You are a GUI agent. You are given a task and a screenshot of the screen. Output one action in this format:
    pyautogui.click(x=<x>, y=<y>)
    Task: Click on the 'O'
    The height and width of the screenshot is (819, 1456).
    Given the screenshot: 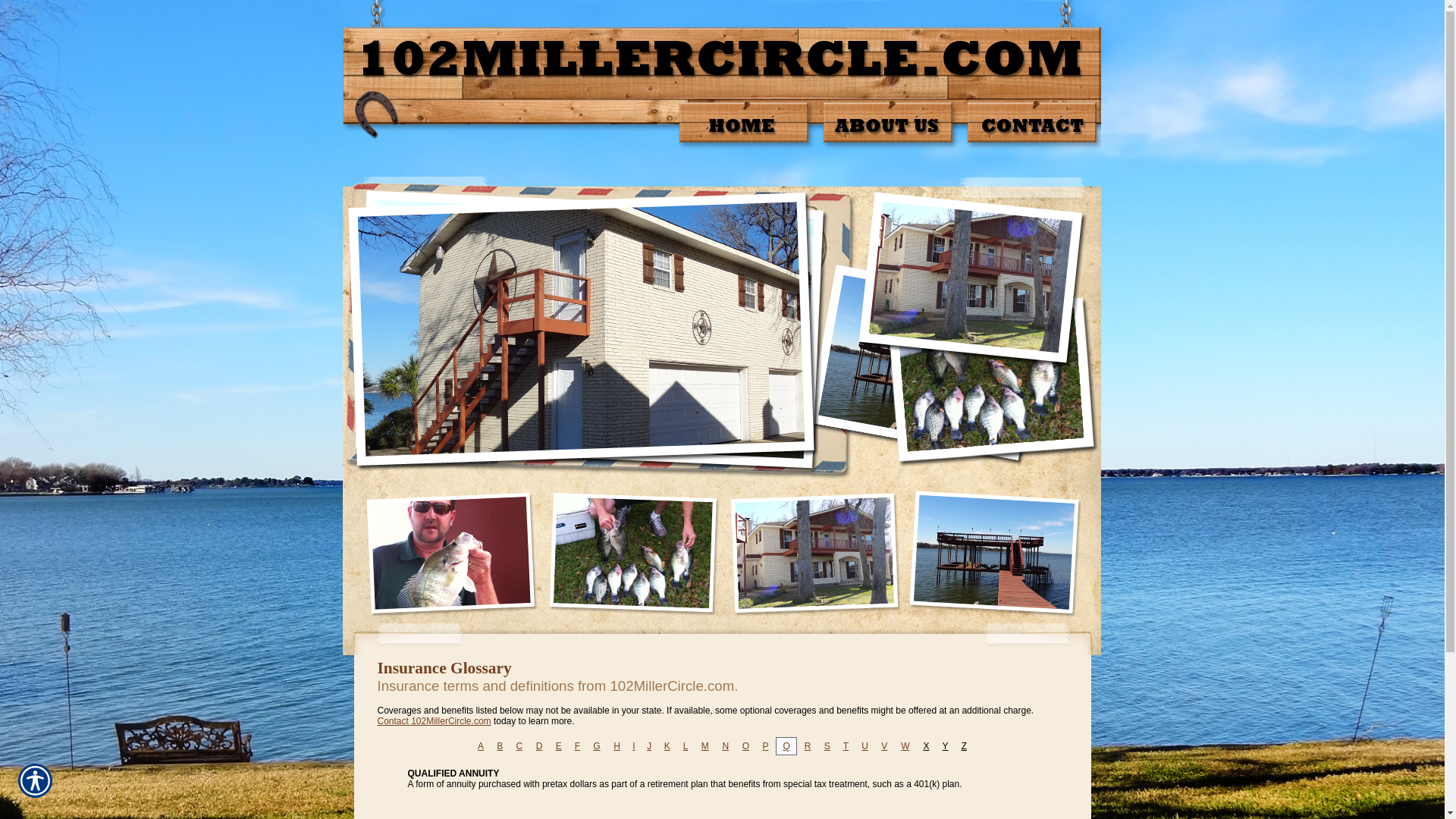 What is the action you would take?
    pyautogui.click(x=745, y=745)
    